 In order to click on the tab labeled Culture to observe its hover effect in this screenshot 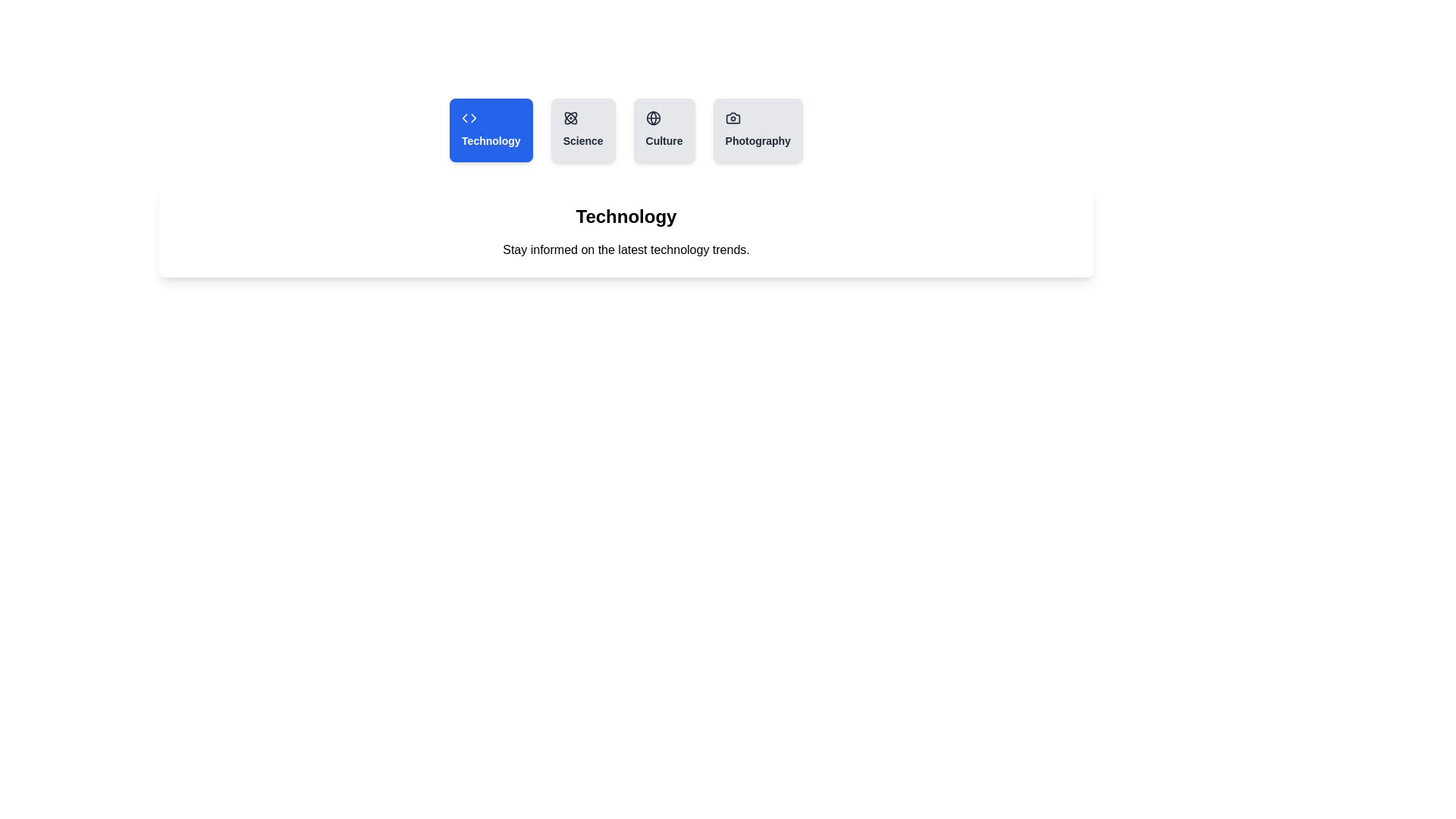, I will do `click(664, 130)`.